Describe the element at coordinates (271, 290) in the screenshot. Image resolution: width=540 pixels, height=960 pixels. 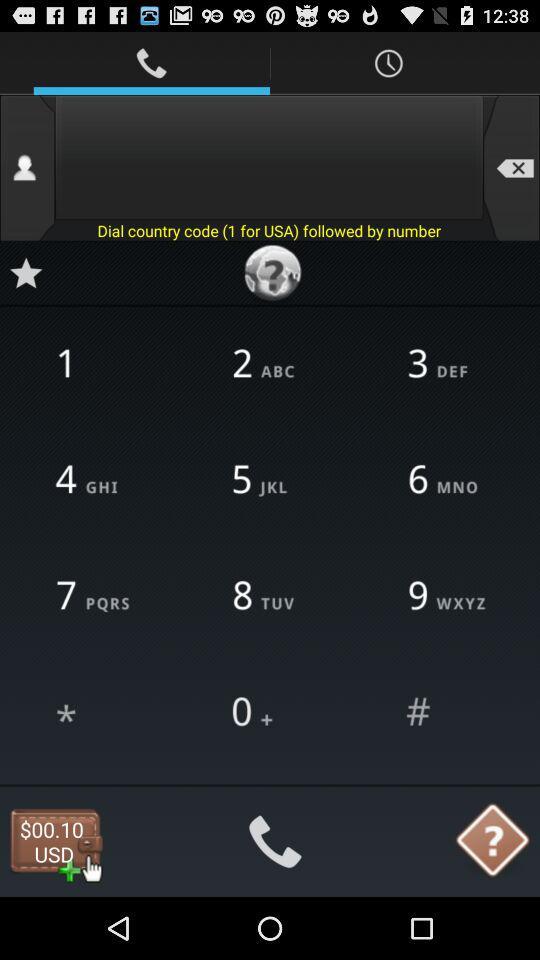
I see `the help icon` at that location.